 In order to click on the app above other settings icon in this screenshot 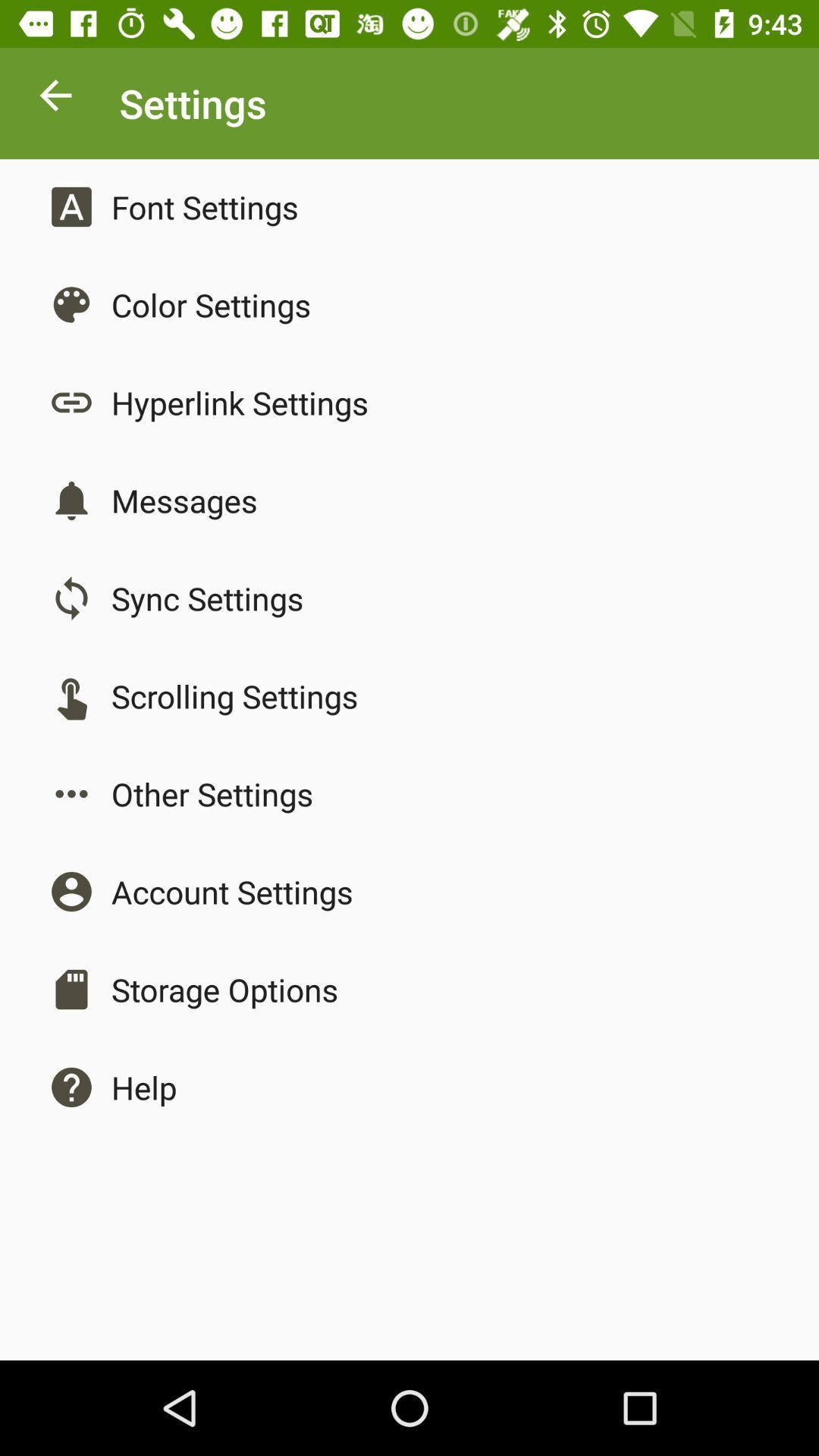, I will do `click(234, 695)`.